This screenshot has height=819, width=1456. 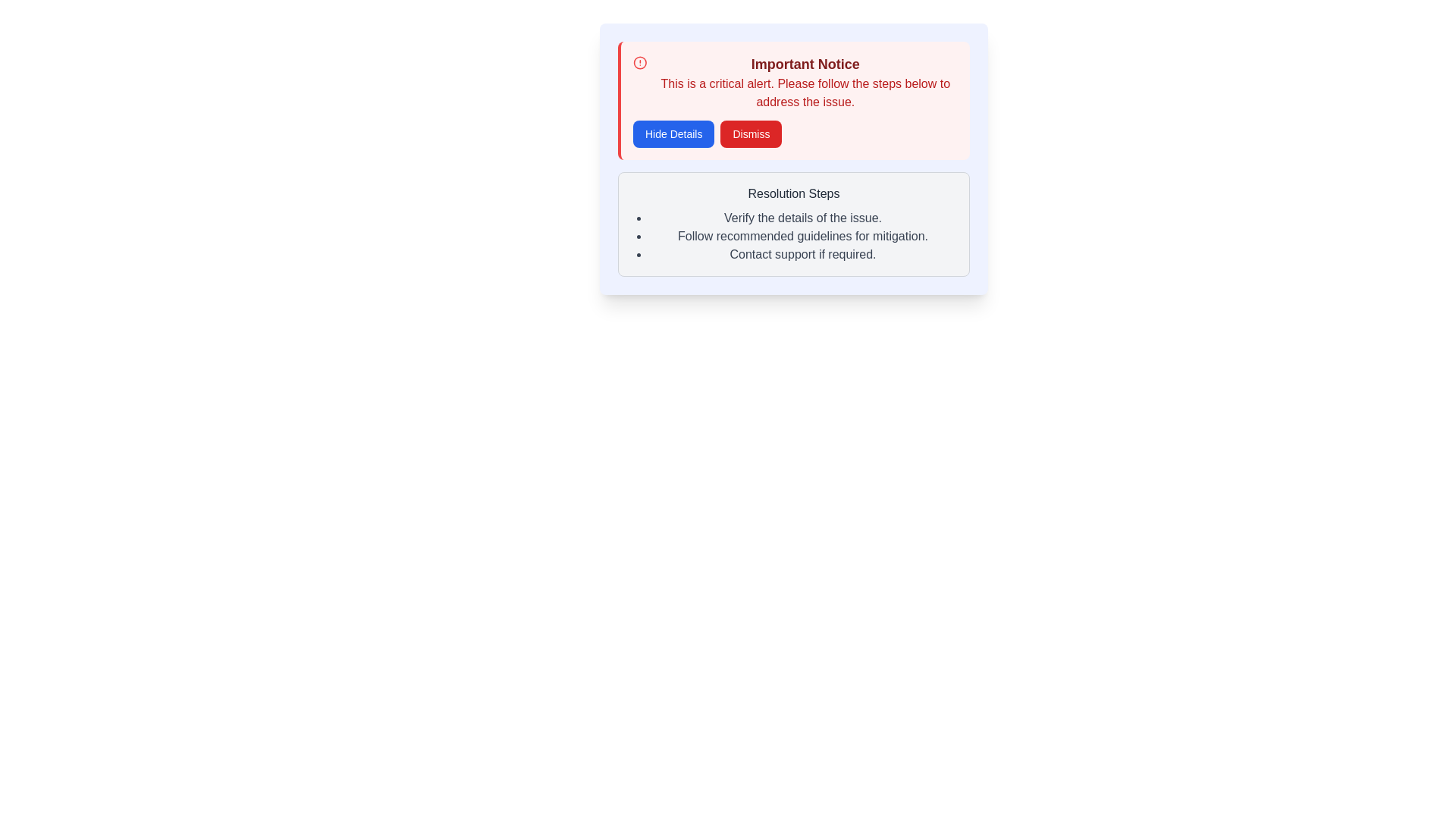 What do you see at coordinates (792, 193) in the screenshot?
I see `the 'Resolution Steps' text label, which is styled in bold dark gray font, located at the top of a light gray box with rounded corners, to focus on it` at bounding box center [792, 193].